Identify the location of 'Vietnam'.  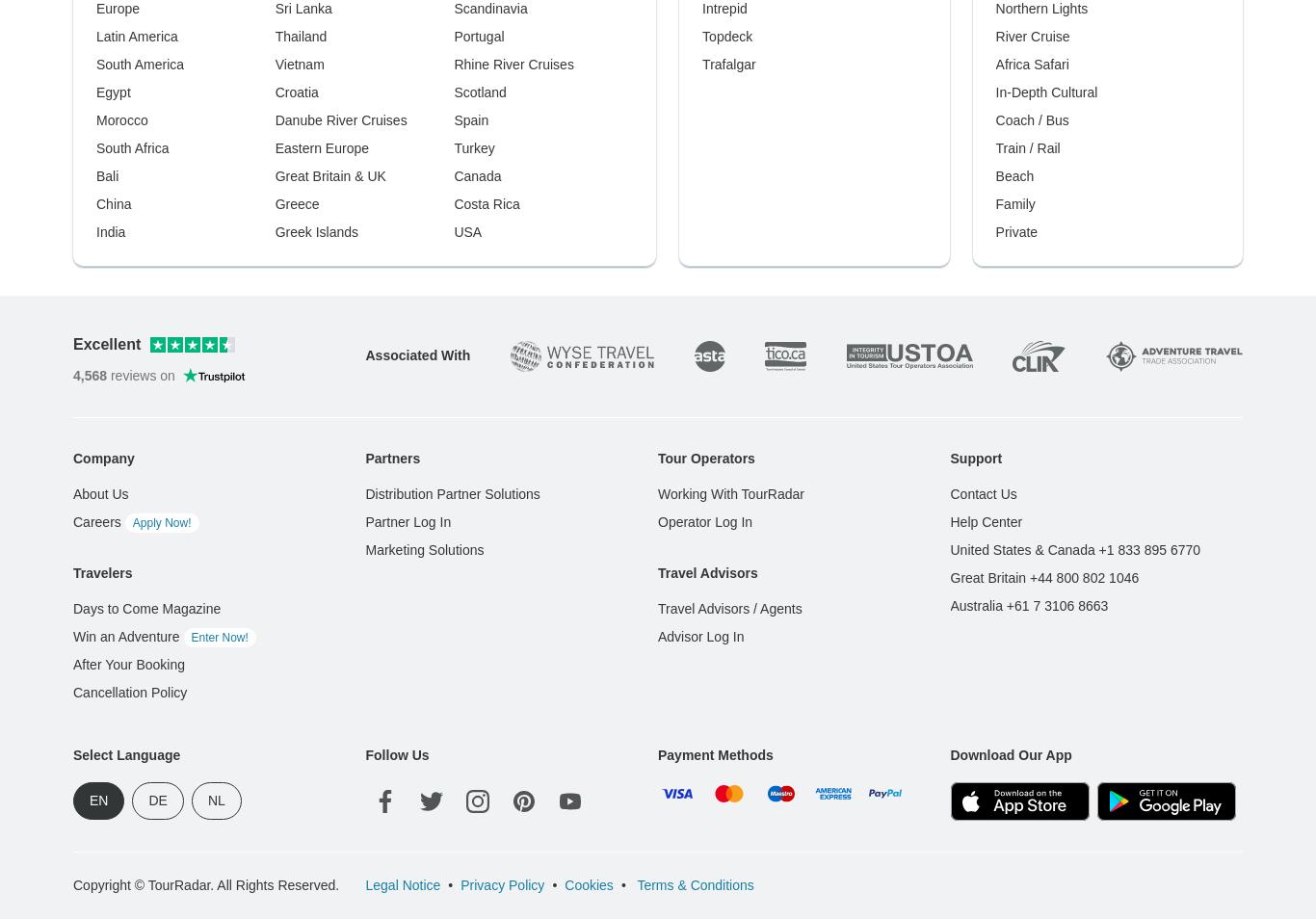
(299, 63).